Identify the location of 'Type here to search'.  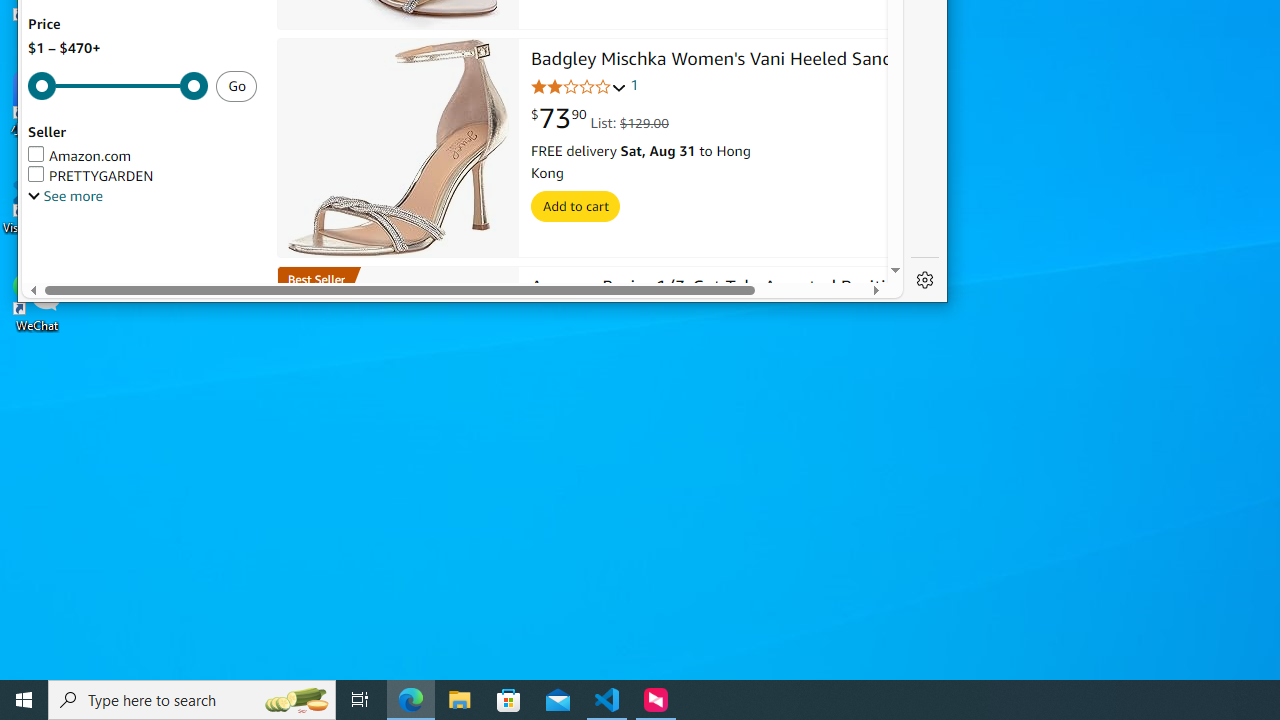
(192, 698).